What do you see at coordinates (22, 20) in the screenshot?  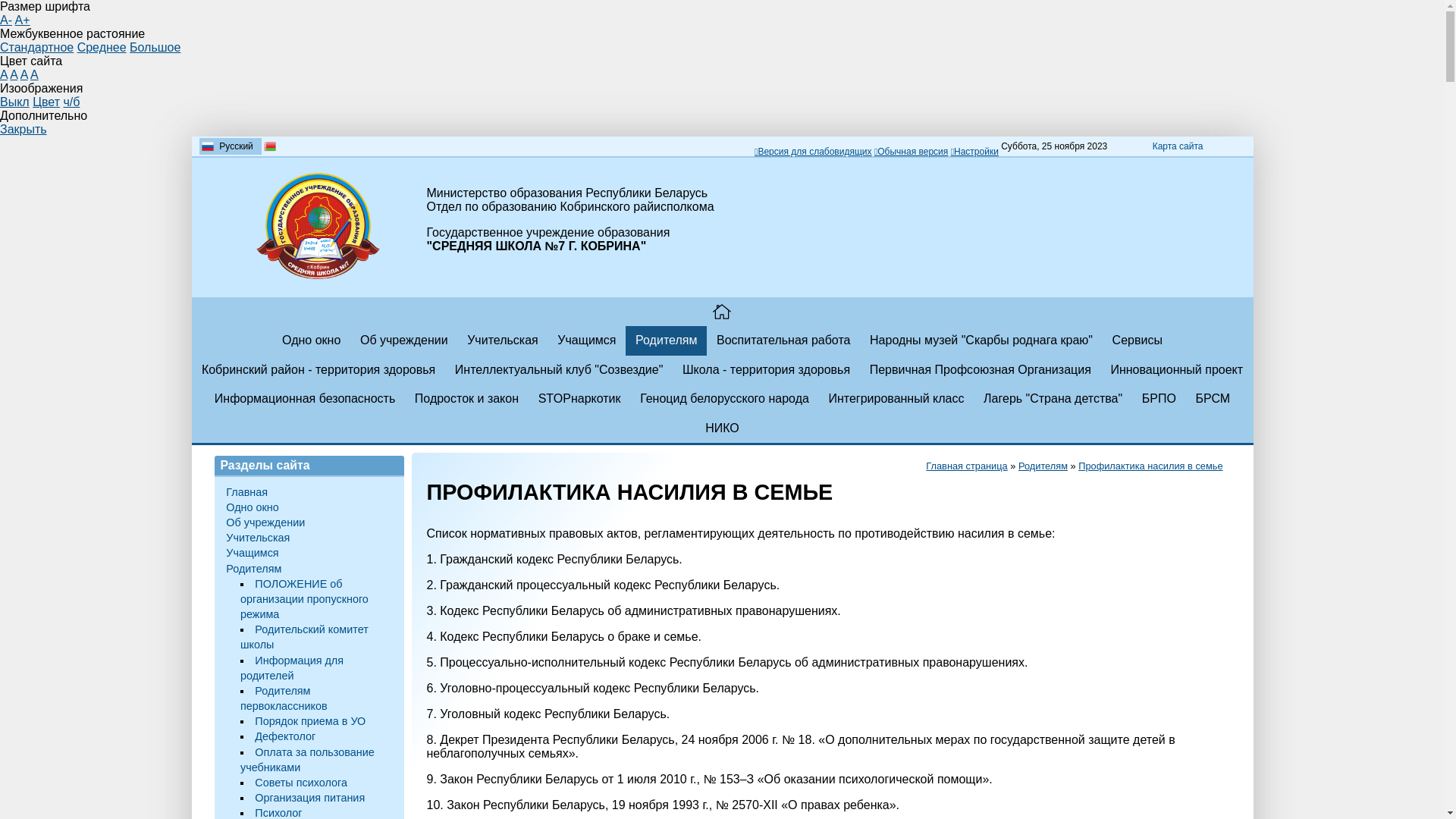 I see `'A+'` at bounding box center [22, 20].